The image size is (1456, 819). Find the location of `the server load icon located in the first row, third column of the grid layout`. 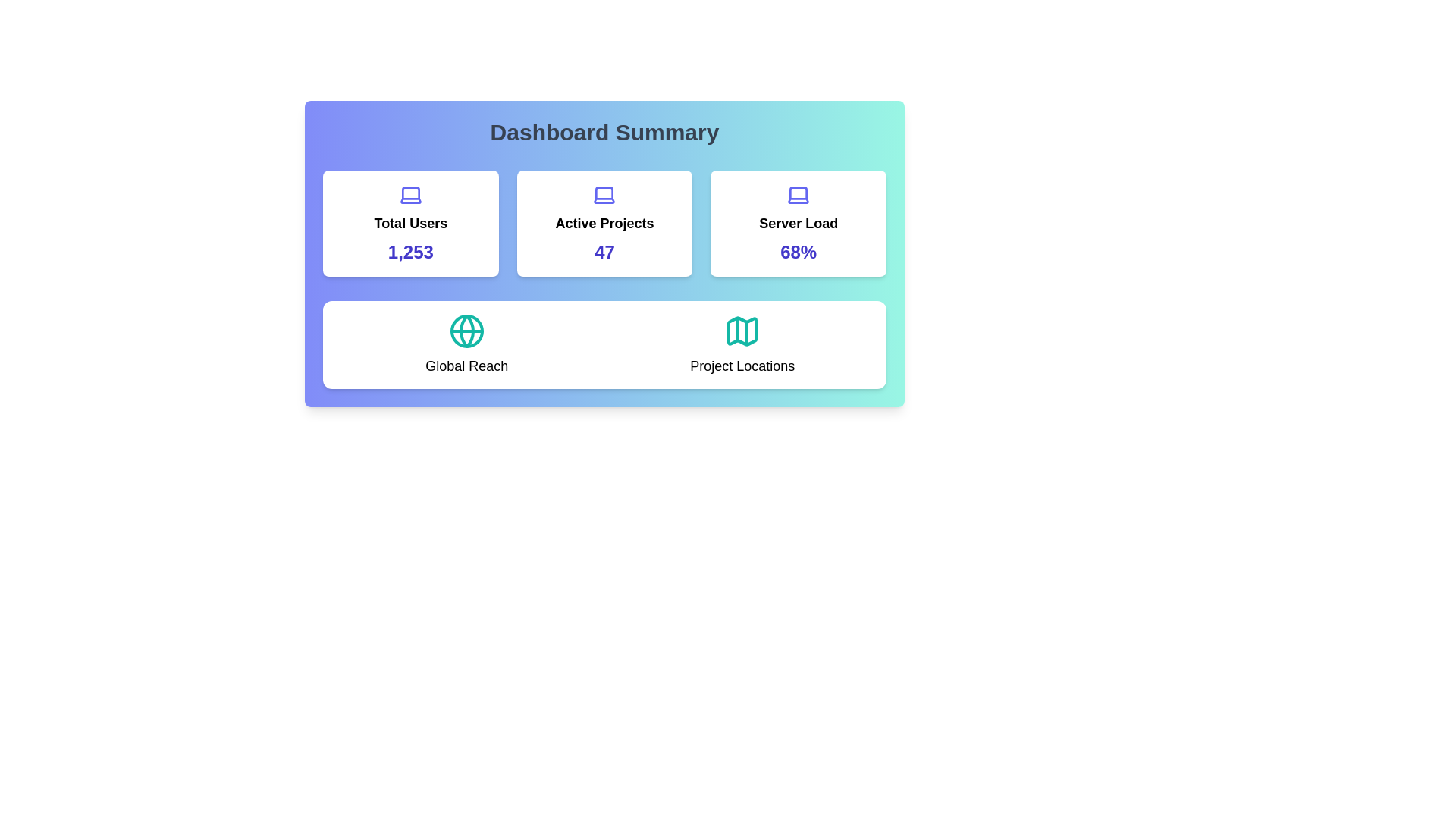

the server load icon located in the first row, third column of the grid layout is located at coordinates (798, 194).